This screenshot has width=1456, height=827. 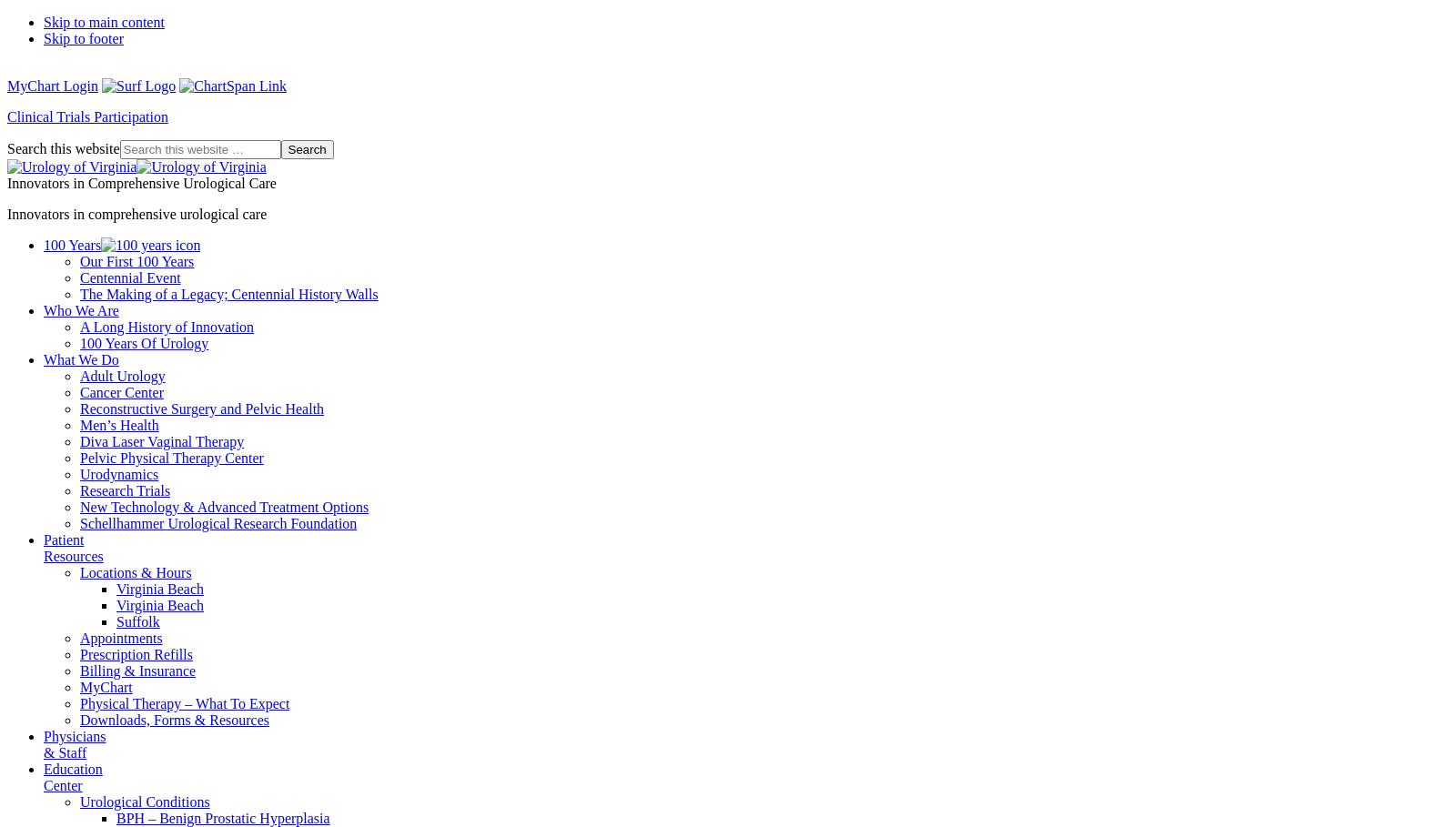 I want to click on 'New Technology & Advanced Treatment Options', so click(x=79, y=507).